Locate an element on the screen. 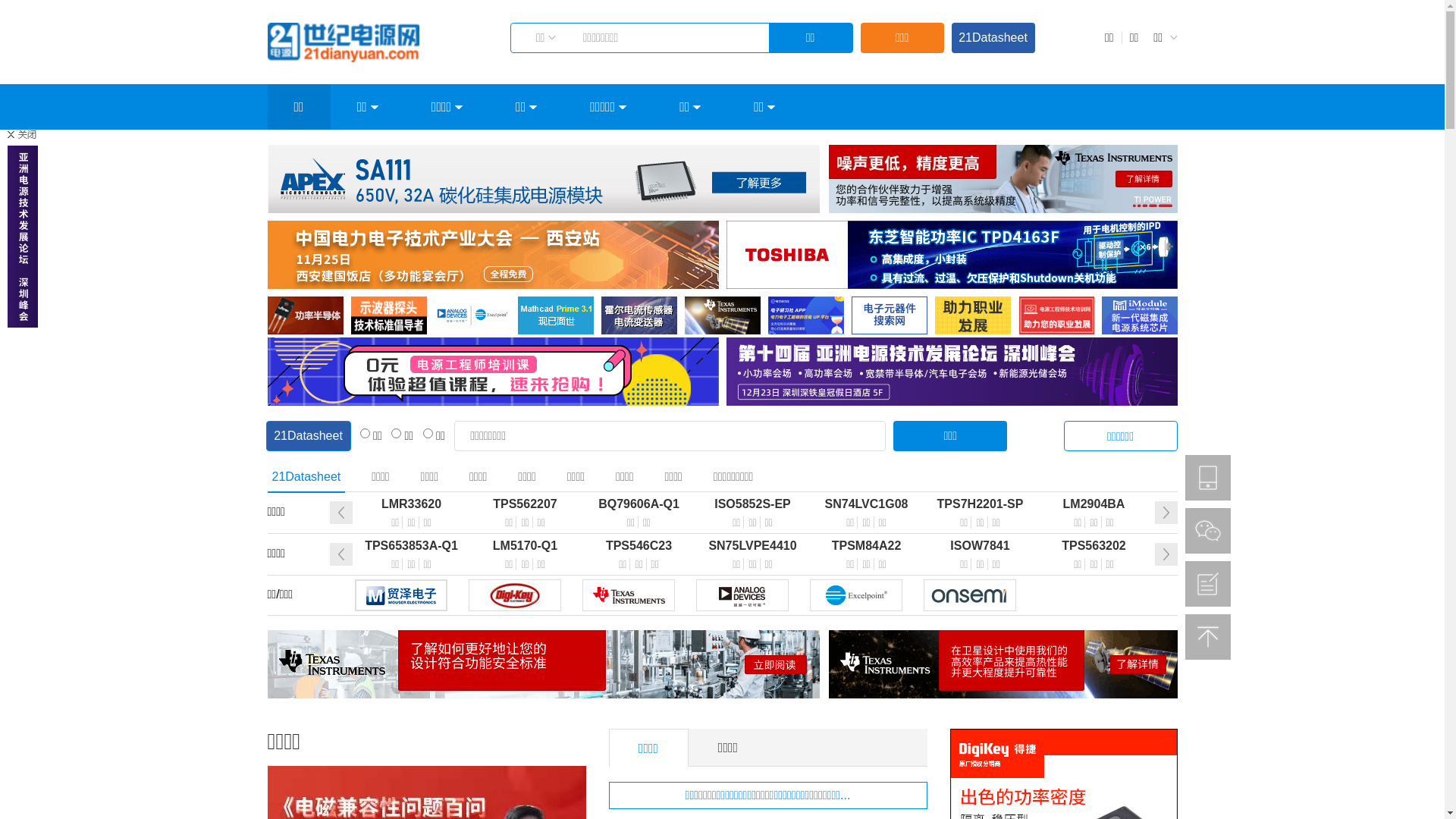  'Digi-Key' is located at coordinates (514, 595).